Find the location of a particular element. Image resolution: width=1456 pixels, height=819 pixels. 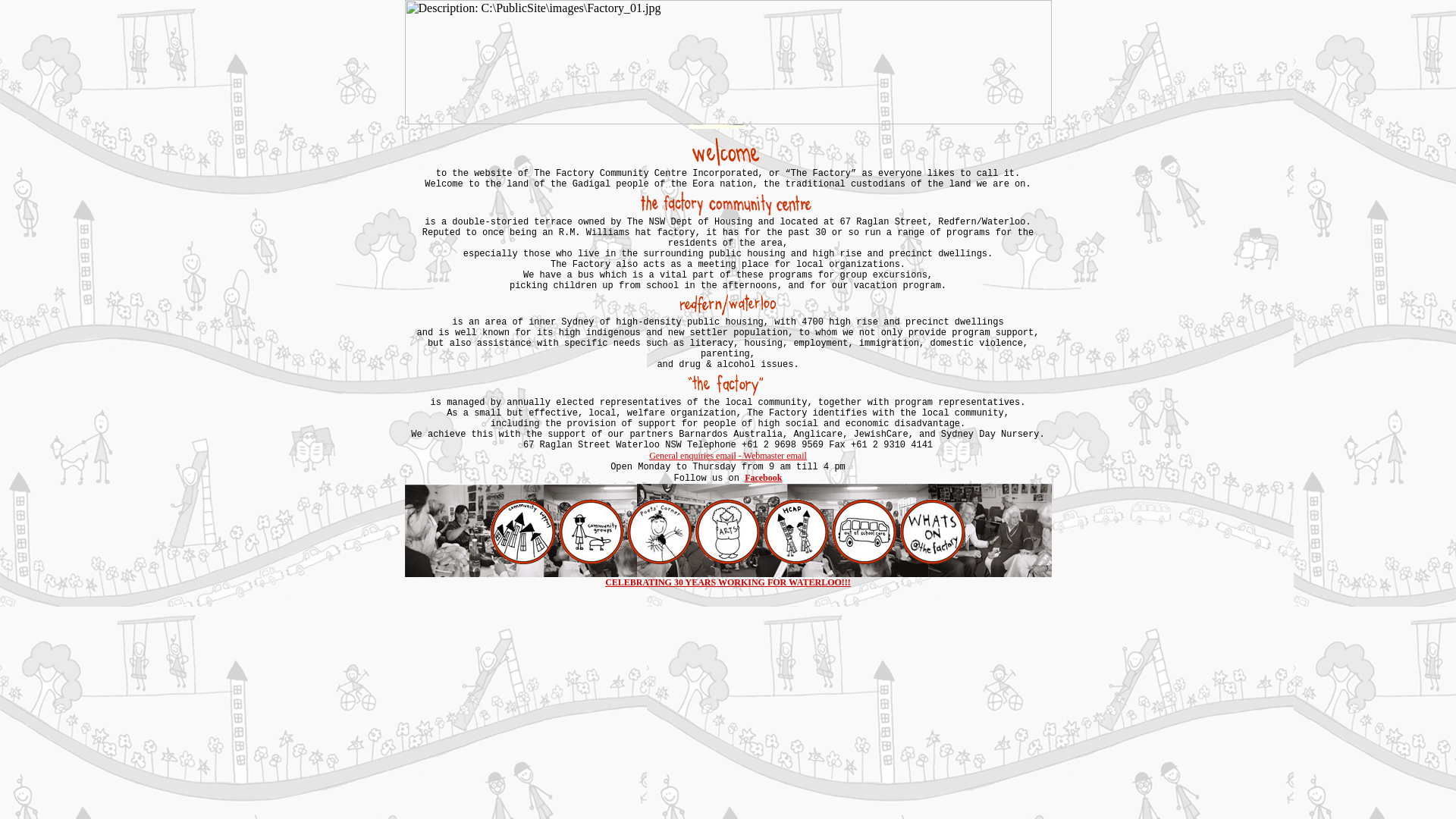

'CELEBRATING 30 YEARS WORKING FOR WATERLOO!!!' is located at coordinates (728, 581).